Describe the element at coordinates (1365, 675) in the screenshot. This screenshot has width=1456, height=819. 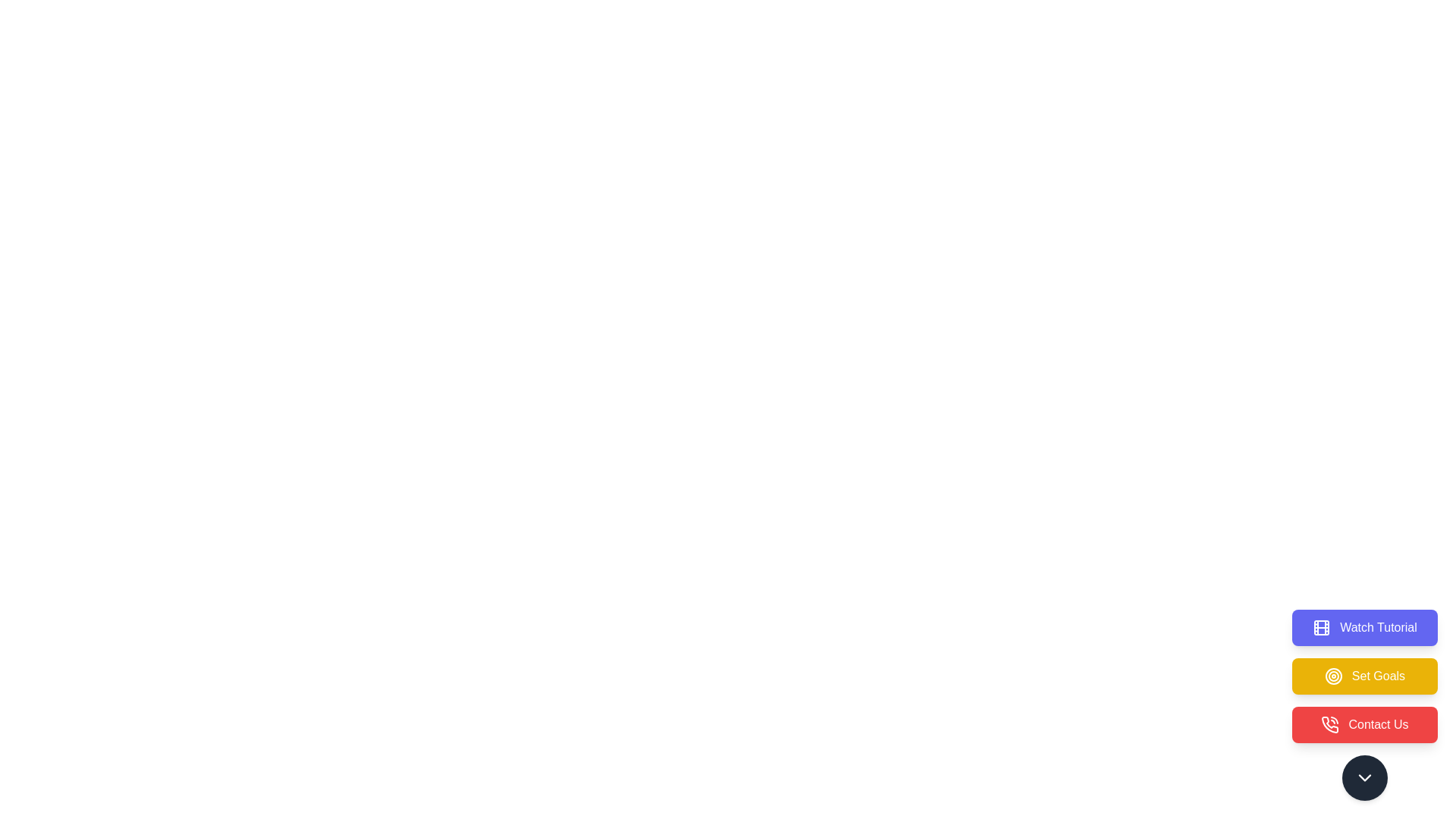
I see `the Set Goals button to select the corresponding action` at that location.